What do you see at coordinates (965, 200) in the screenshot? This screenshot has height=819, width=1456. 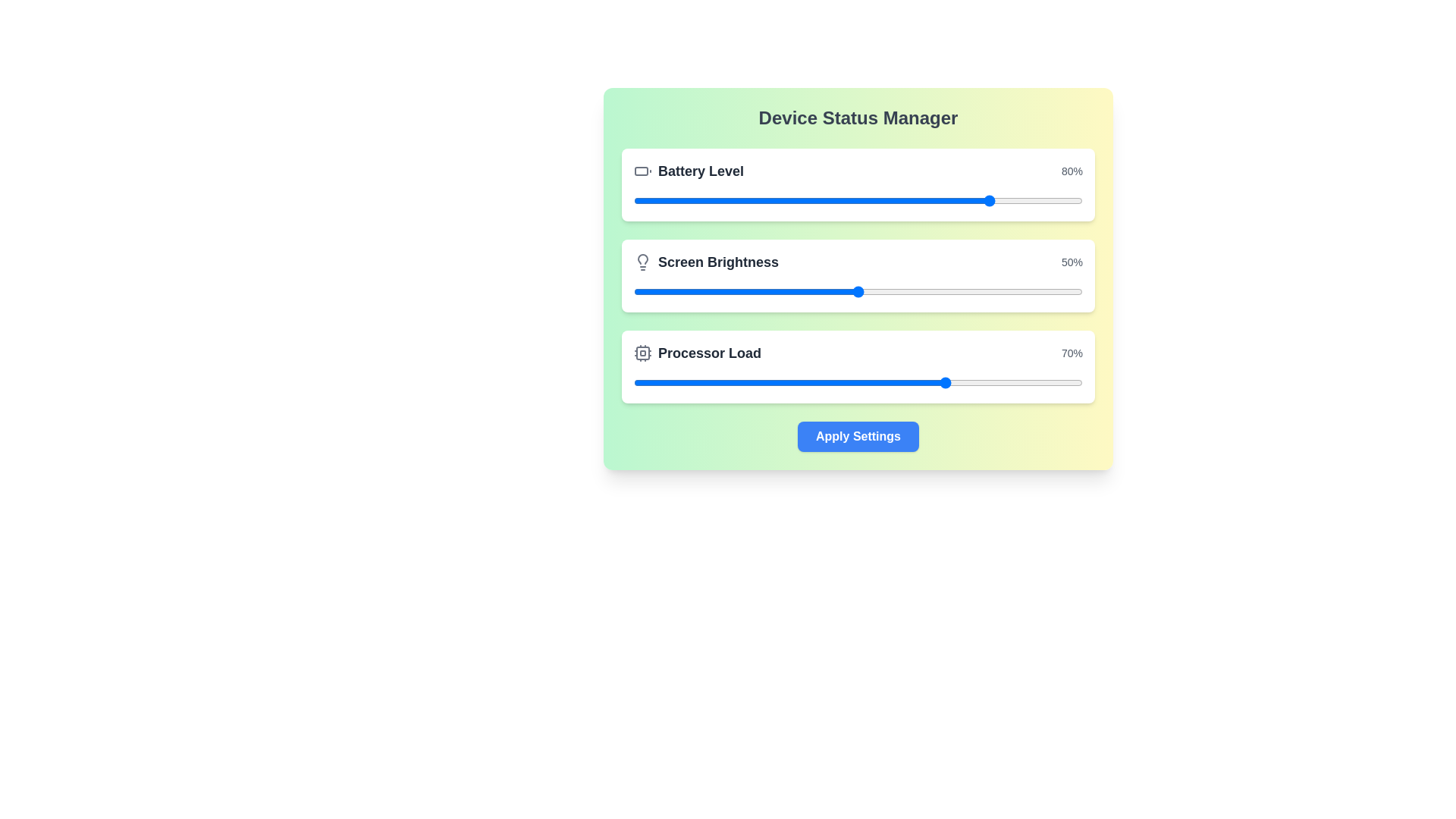 I see `the battery level` at bounding box center [965, 200].